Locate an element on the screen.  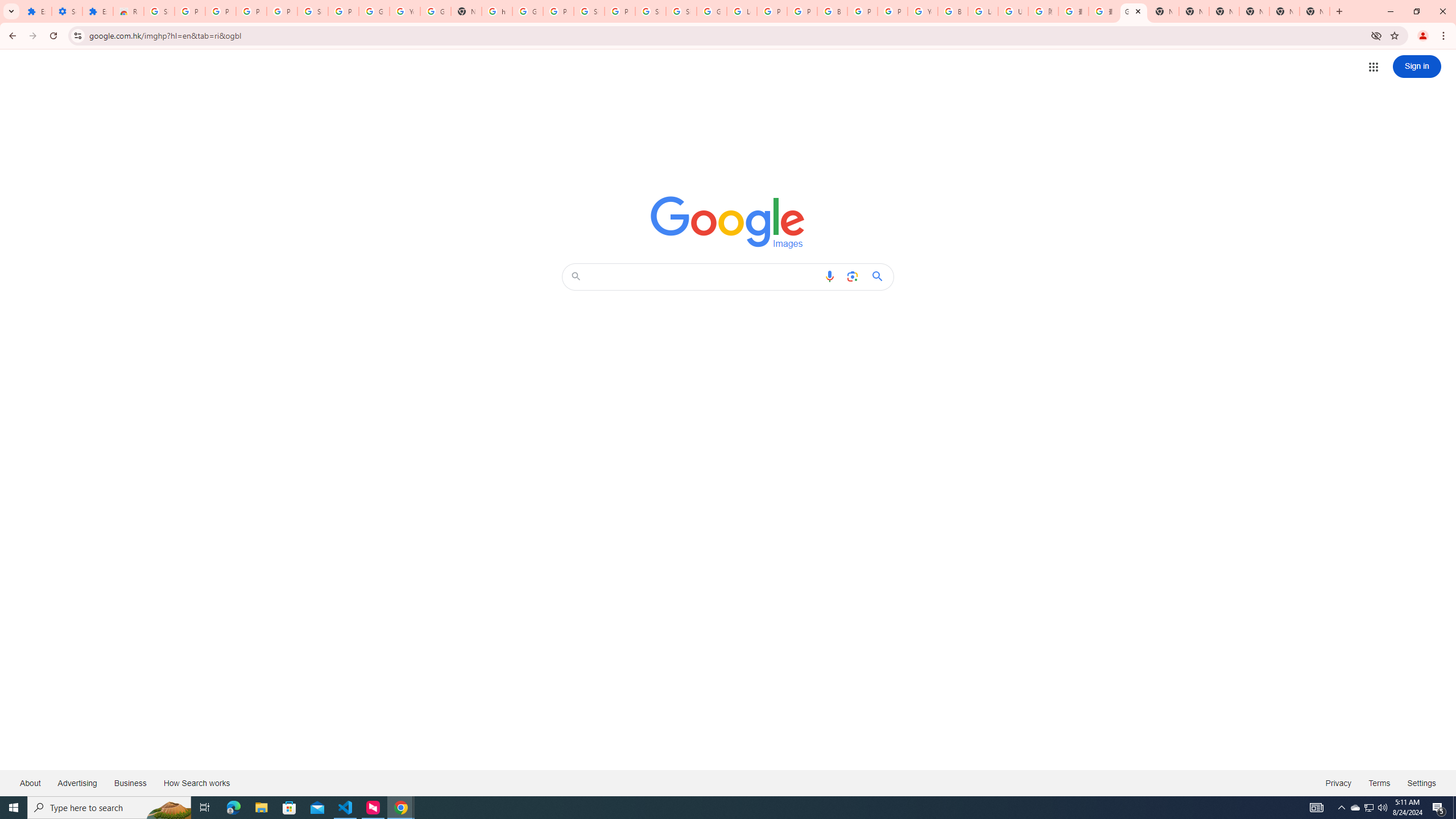
'Google Images' is located at coordinates (728, 222).